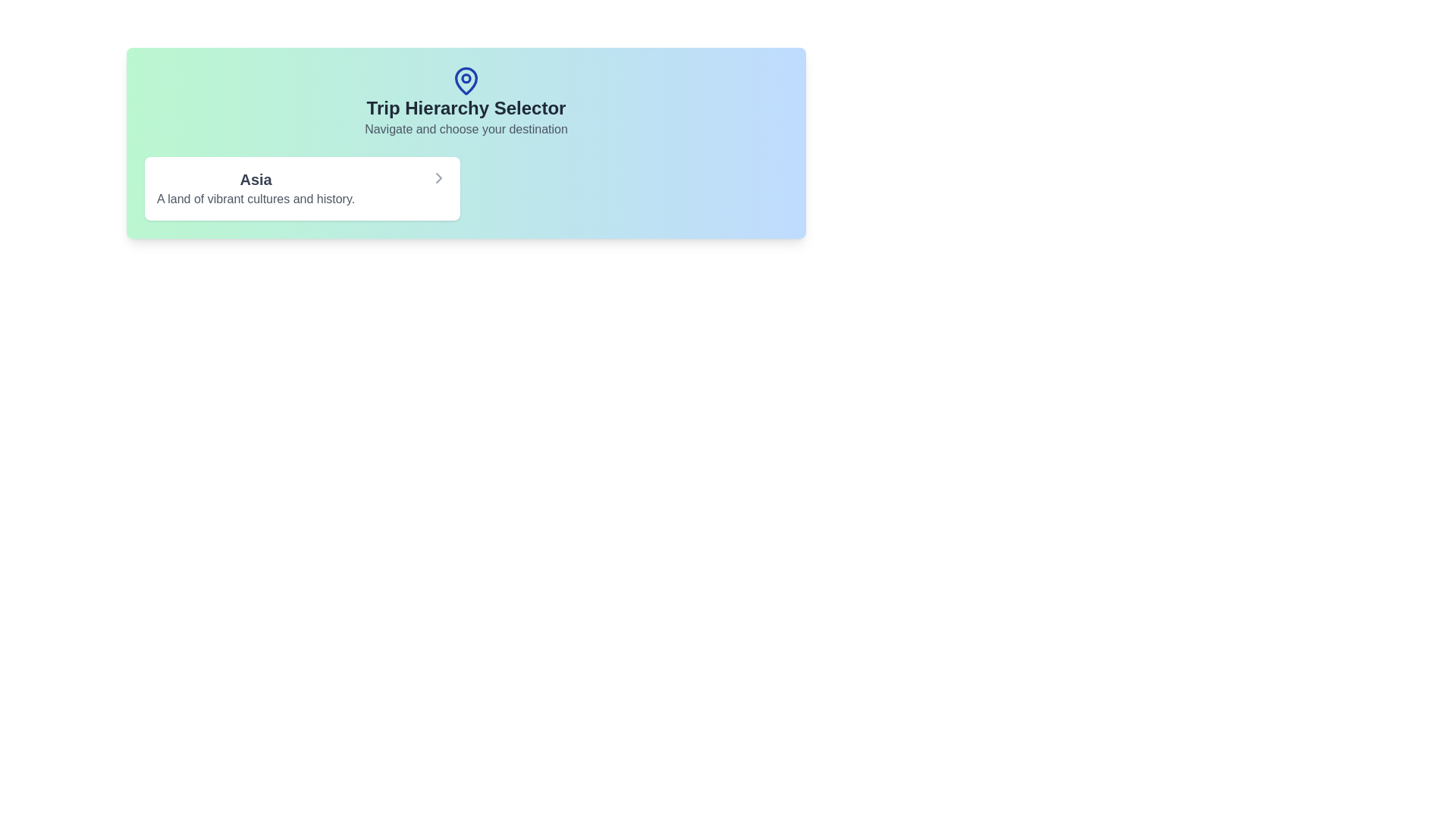 This screenshot has width=1456, height=819. What do you see at coordinates (256, 198) in the screenshot?
I see `the Text Label that provides supplementary information about the title 'Asia', located beneath the heading 'Trip Hierarchy Selector' in the card-like UI component` at bounding box center [256, 198].